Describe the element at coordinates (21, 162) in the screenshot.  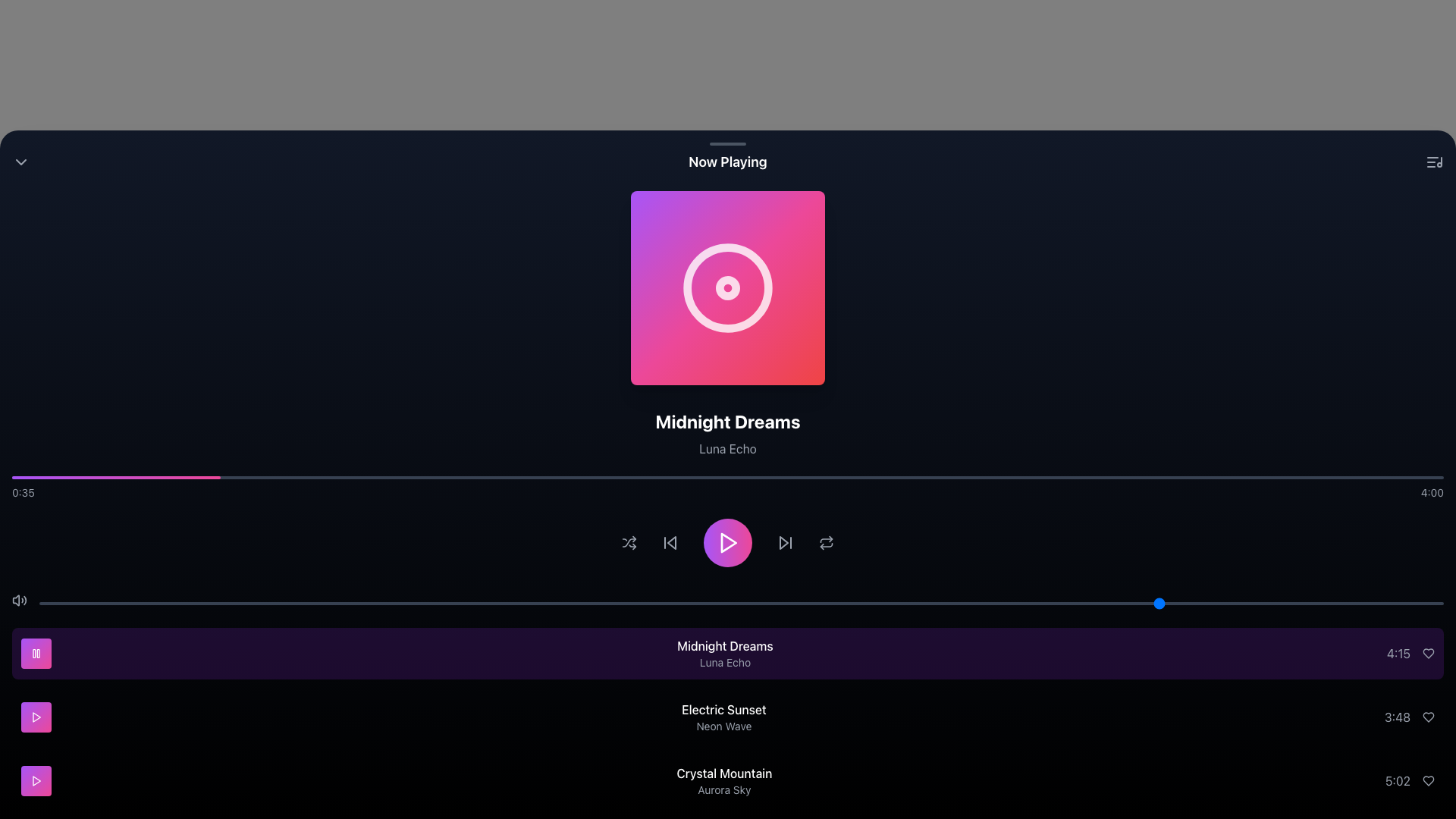
I see `the Chevron icon located on the far-left side of the header section` at that location.